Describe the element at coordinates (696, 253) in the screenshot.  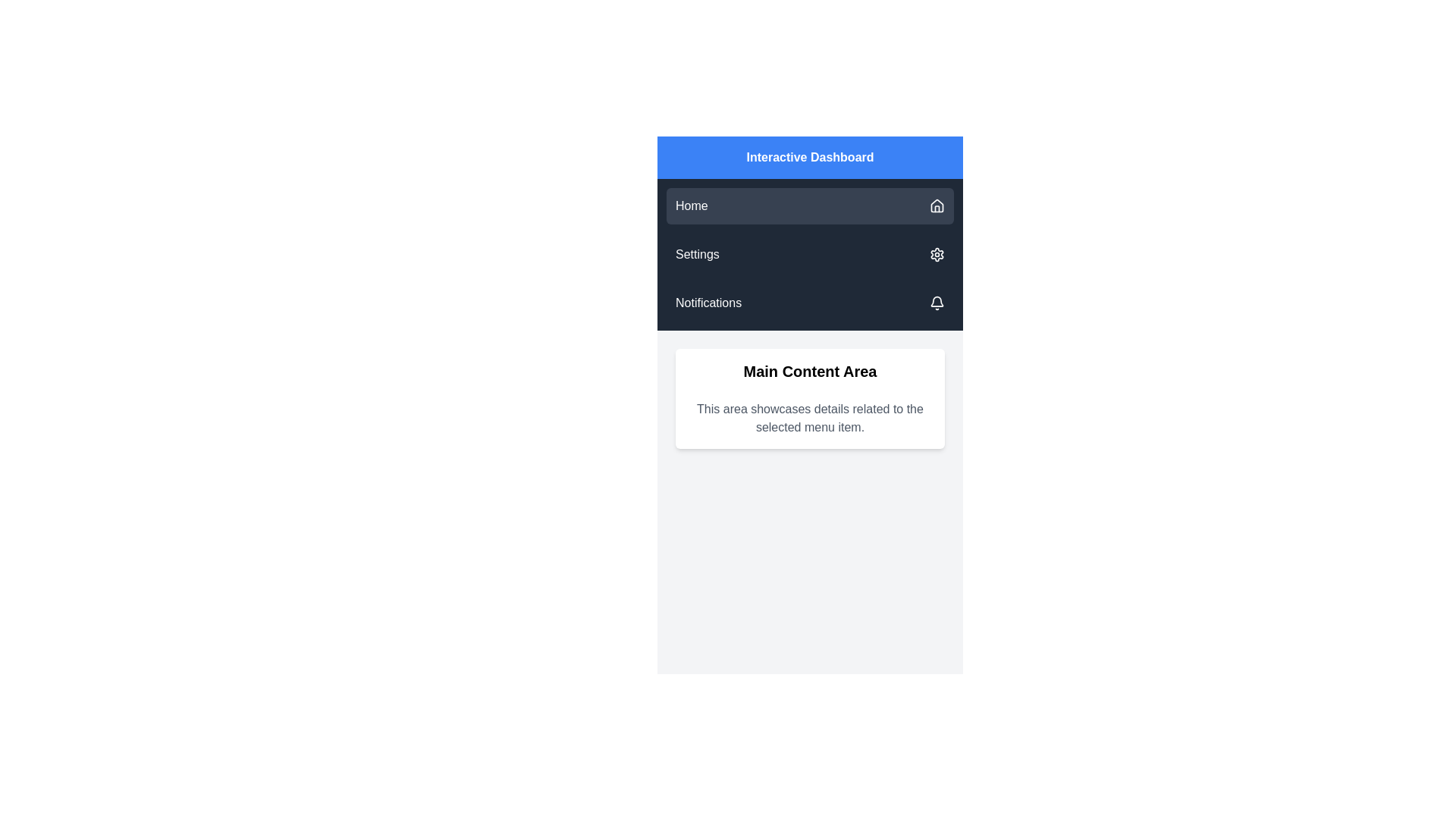
I see `the 'Settings' text label in the sidebar menu` at that location.